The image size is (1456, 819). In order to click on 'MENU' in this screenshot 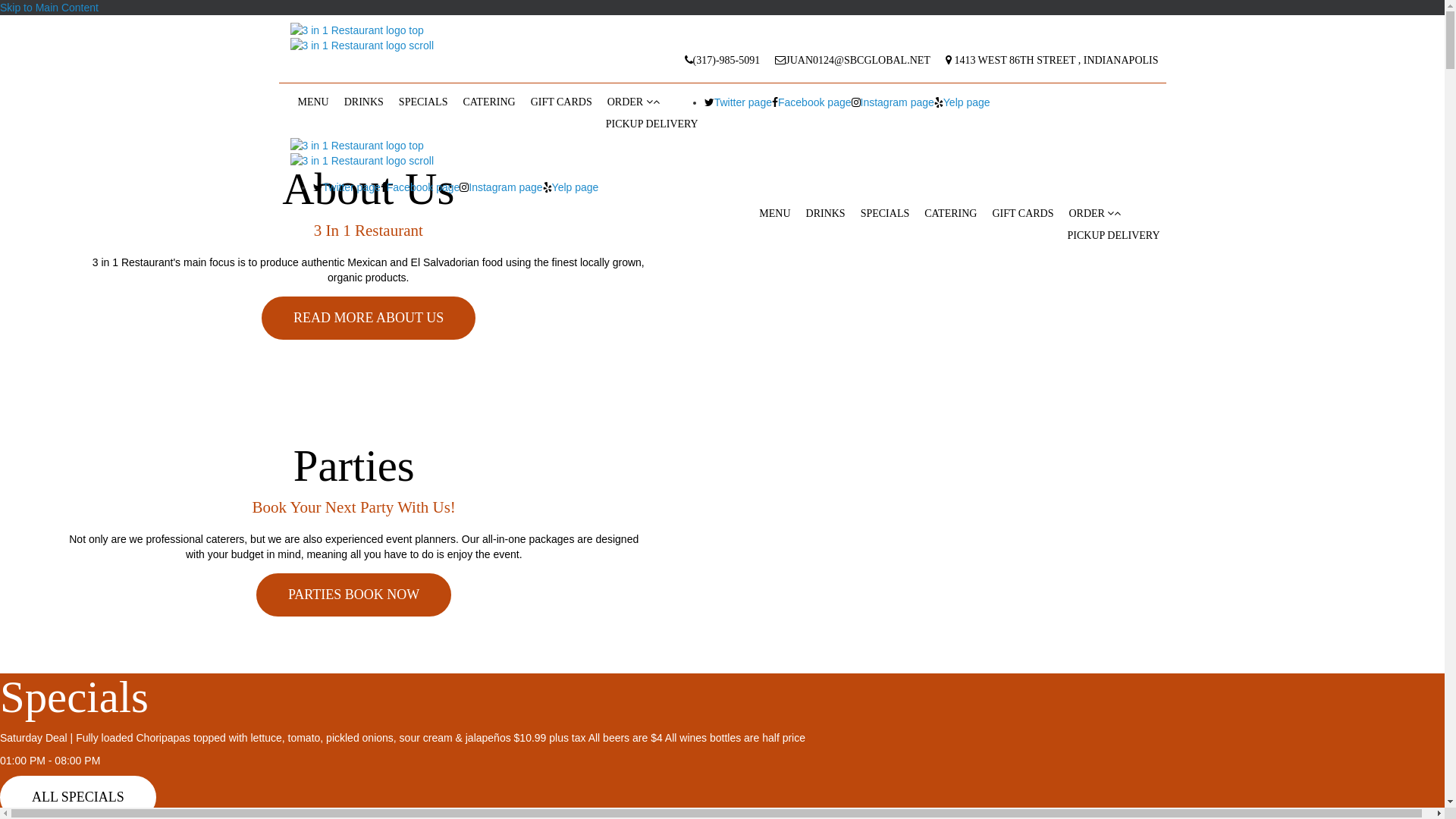, I will do `click(290, 102)`.